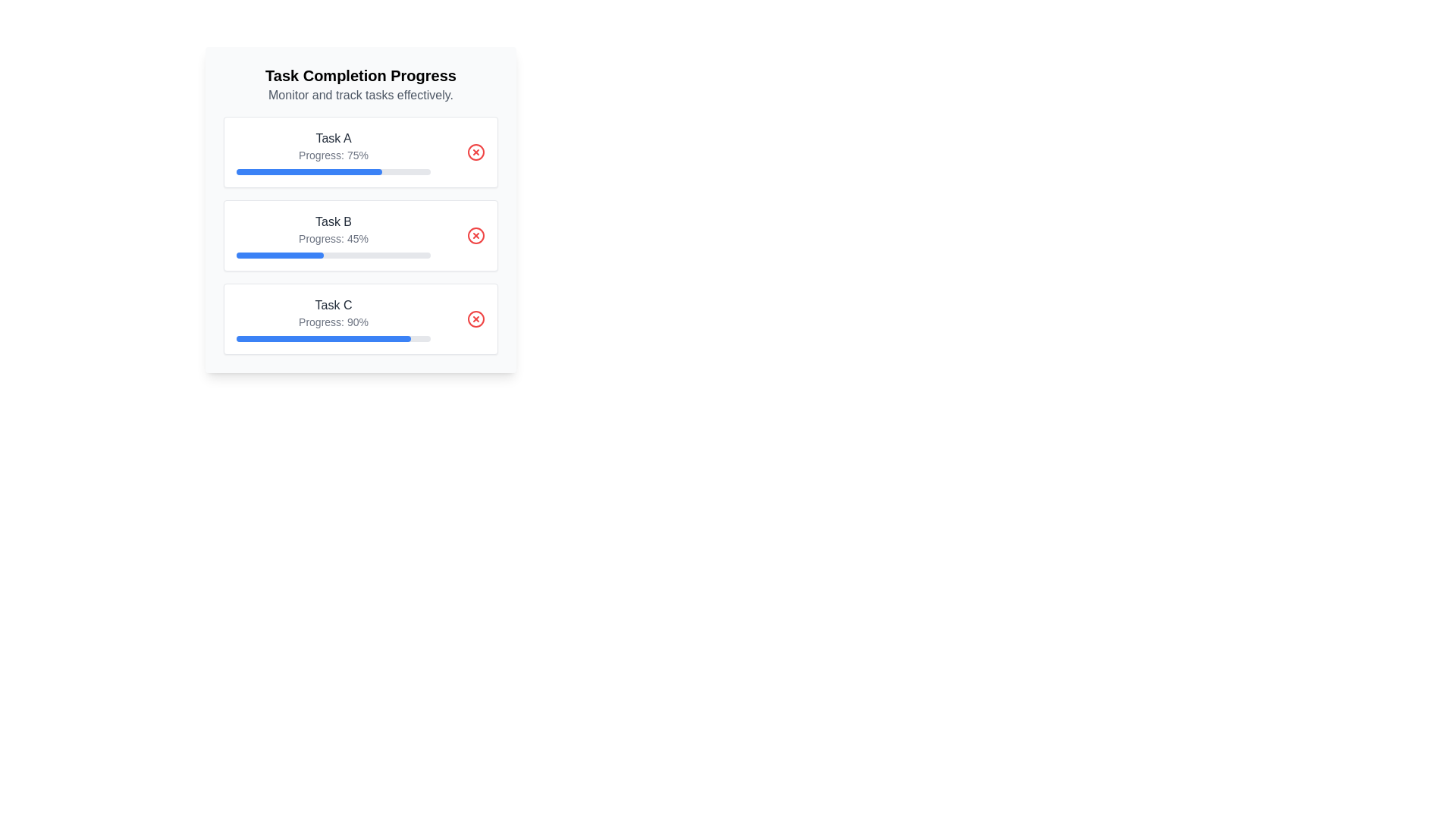 The height and width of the screenshot is (819, 1456). I want to click on the Static text label displaying 'Progress: 75%' located below 'Task A' and above the graphical progress bar in the first task panel, so click(333, 155).